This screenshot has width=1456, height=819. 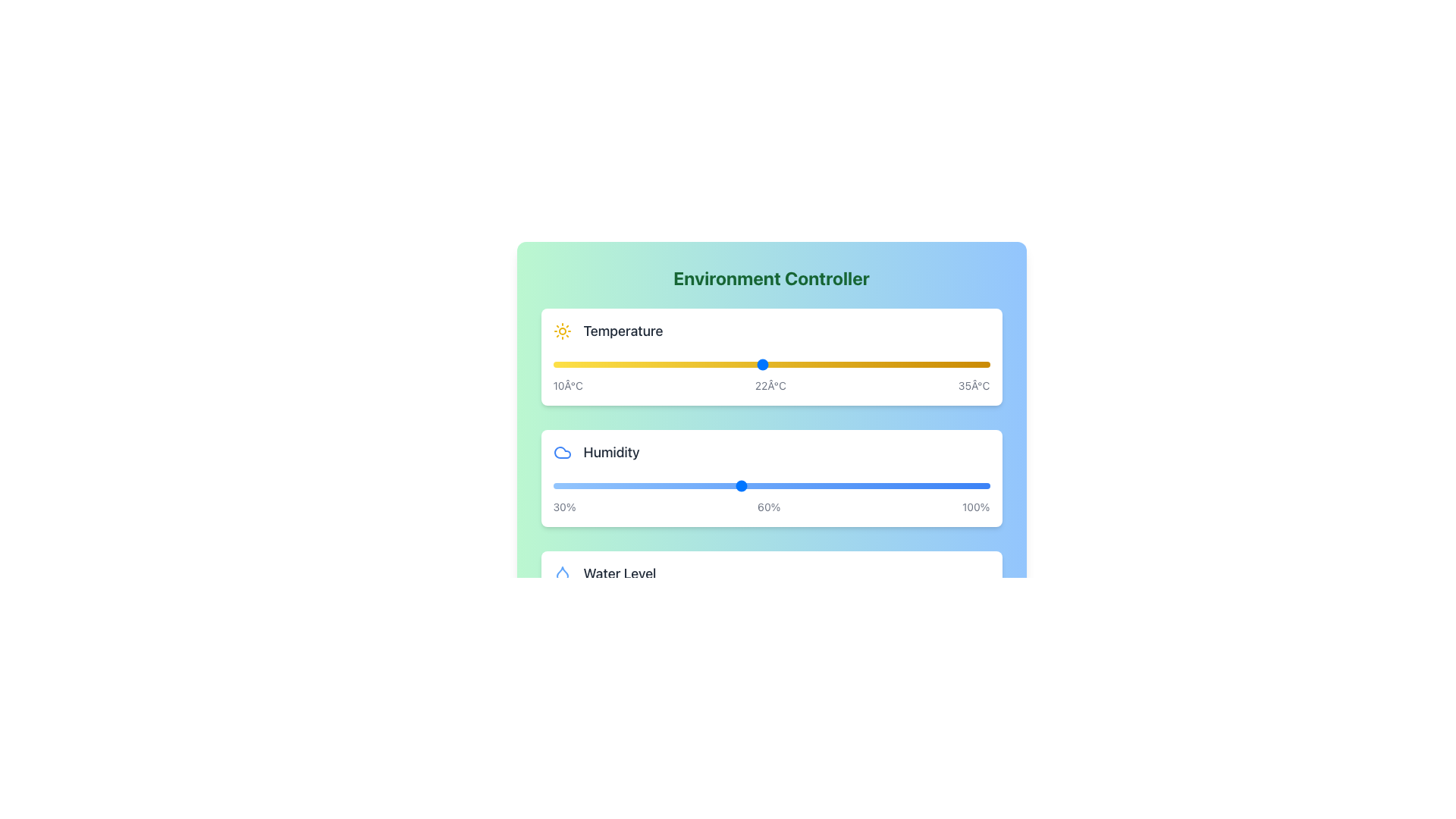 I want to click on the water drop icon used to symbolize liquid or water, located below the 'Humidity' gauge, so click(x=561, y=574).